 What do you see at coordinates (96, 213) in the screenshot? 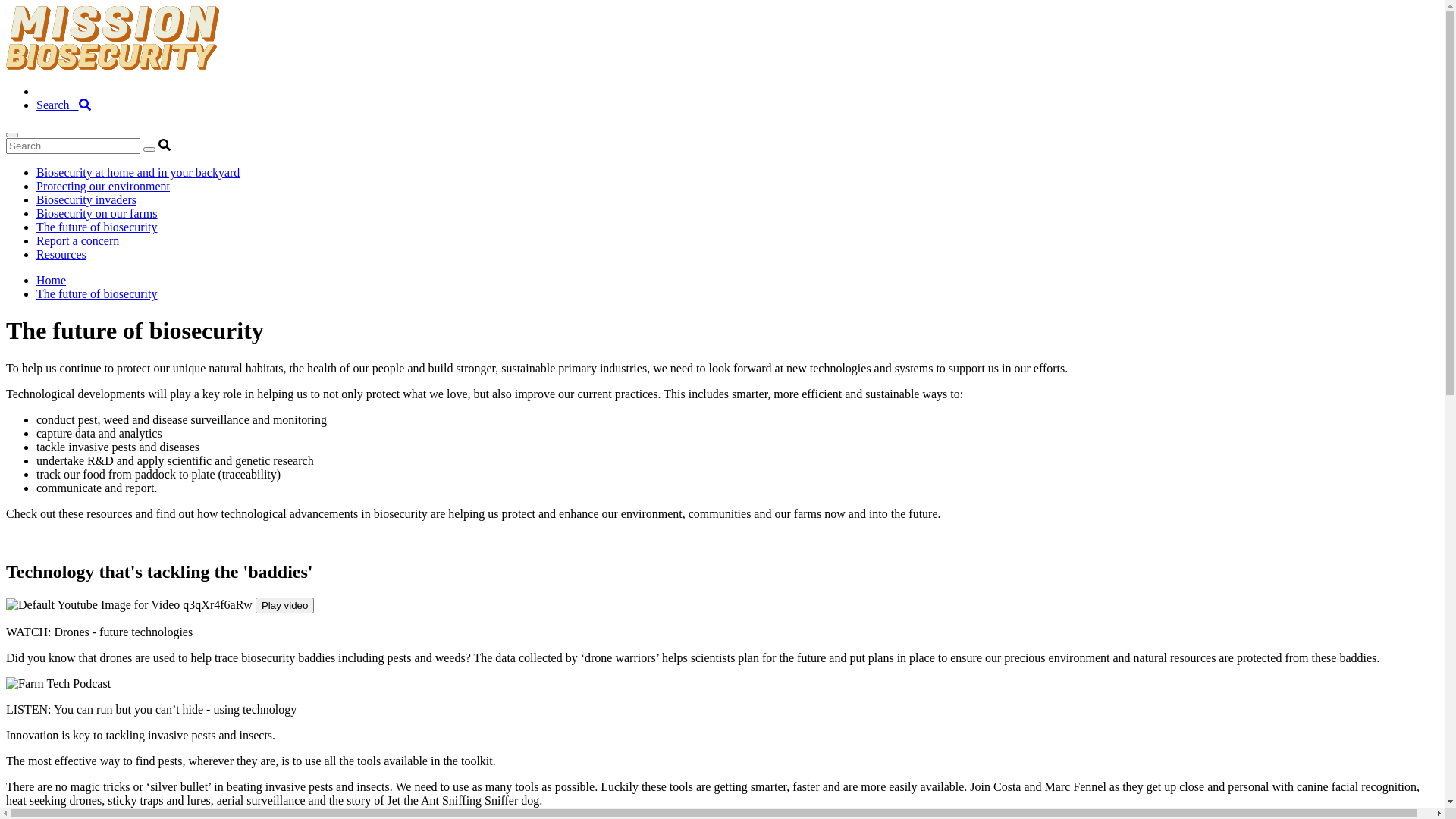
I see `'Biosecurity on our farms'` at bounding box center [96, 213].